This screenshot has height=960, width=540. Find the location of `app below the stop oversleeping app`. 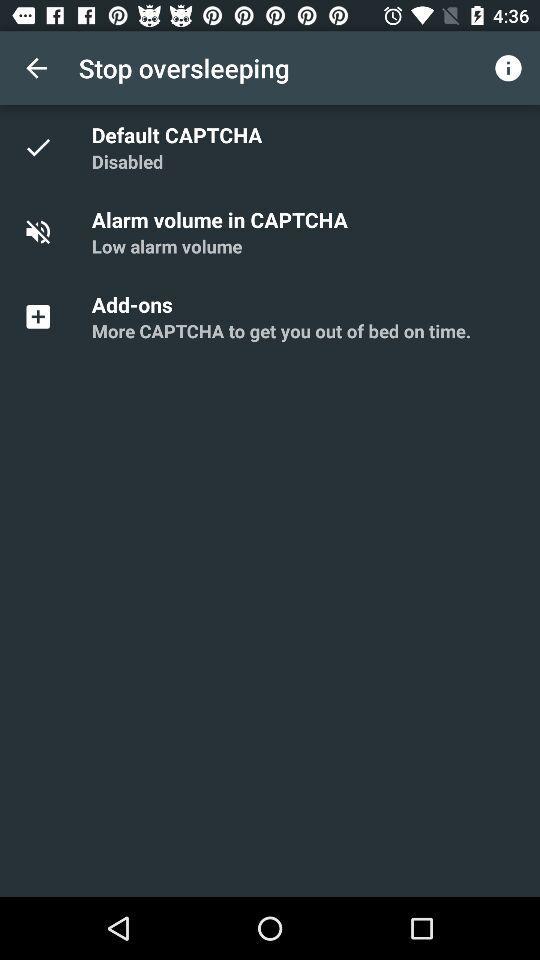

app below the stop oversleeping app is located at coordinates (180, 133).